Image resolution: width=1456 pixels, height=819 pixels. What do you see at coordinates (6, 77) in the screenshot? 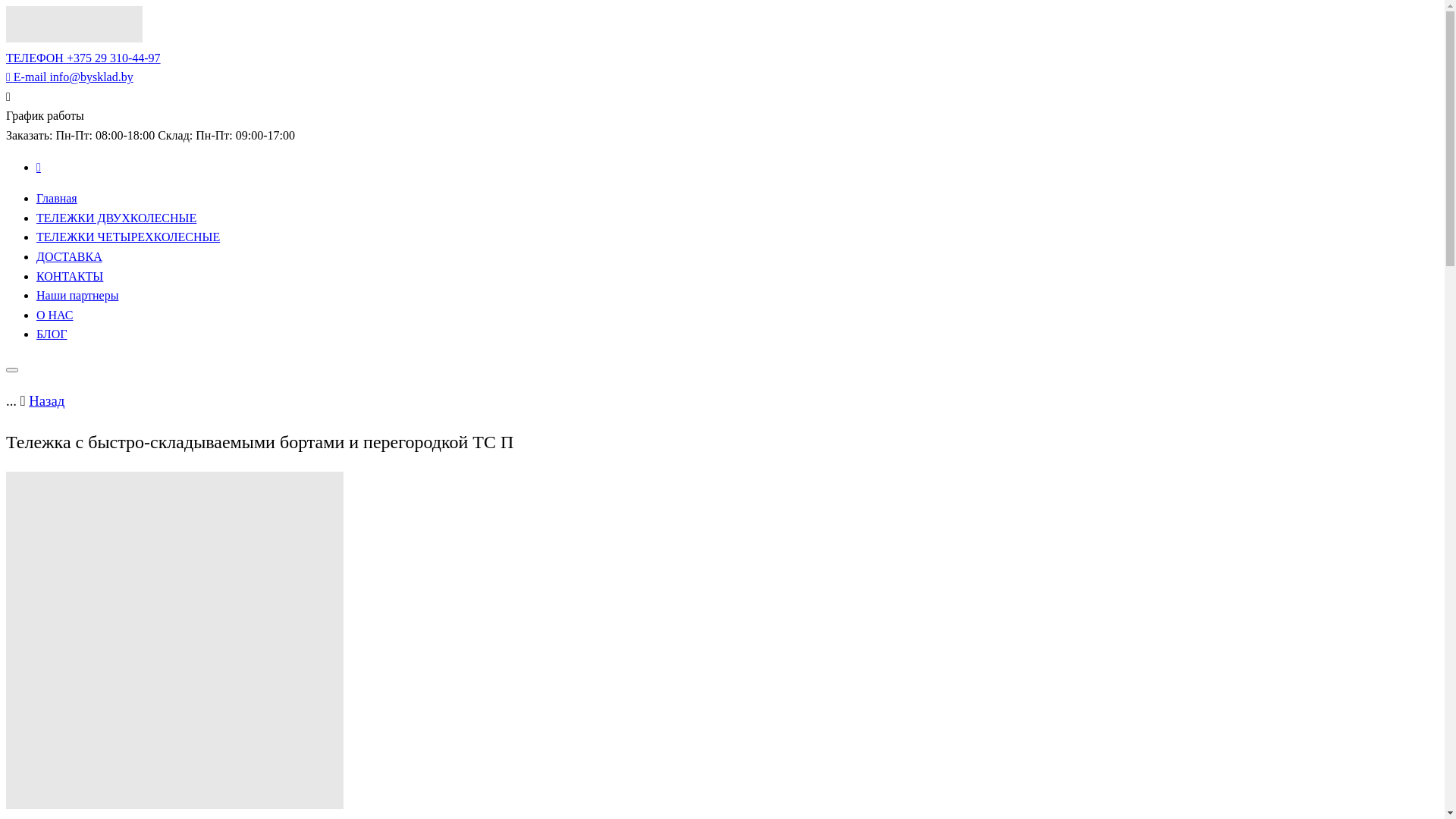
I see `'E-mail info@bysklad.by'` at bounding box center [6, 77].